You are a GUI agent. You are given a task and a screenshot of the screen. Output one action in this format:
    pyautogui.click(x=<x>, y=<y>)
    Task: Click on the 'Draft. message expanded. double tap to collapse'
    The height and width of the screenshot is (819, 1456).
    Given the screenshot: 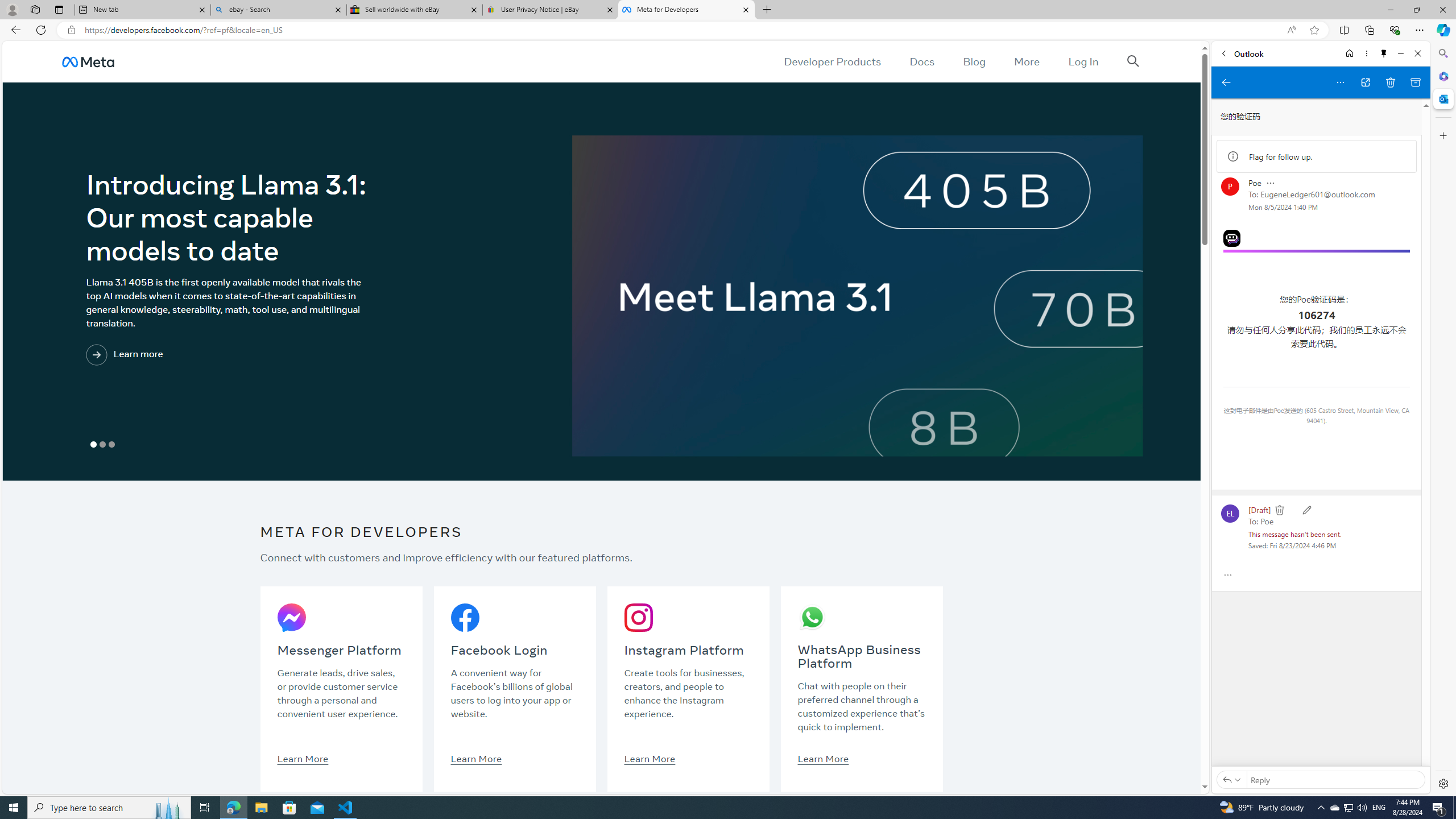 What is the action you would take?
    pyautogui.click(x=1259, y=509)
    